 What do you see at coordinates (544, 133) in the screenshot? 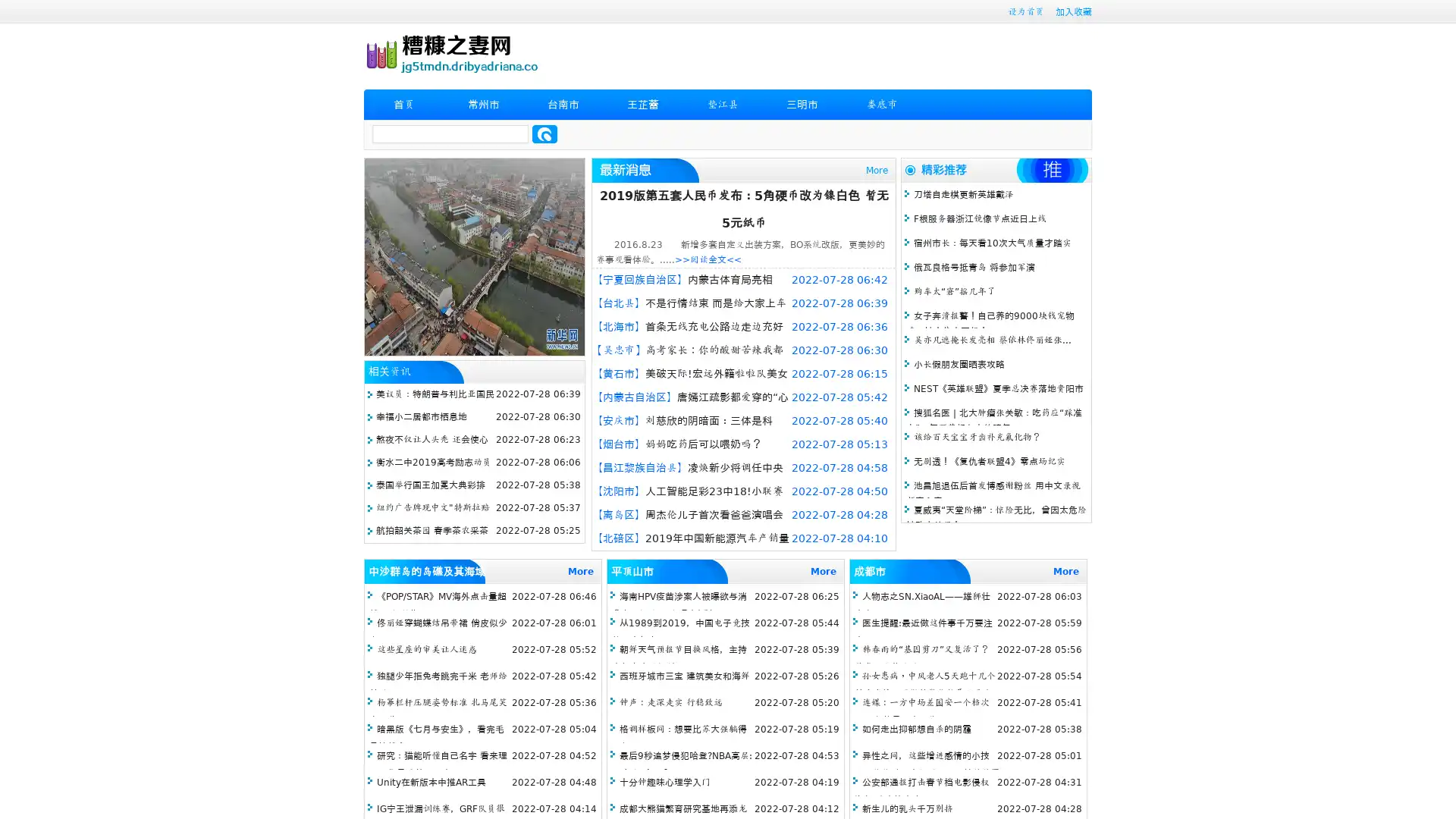
I see `Search` at bounding box center [544, 133].